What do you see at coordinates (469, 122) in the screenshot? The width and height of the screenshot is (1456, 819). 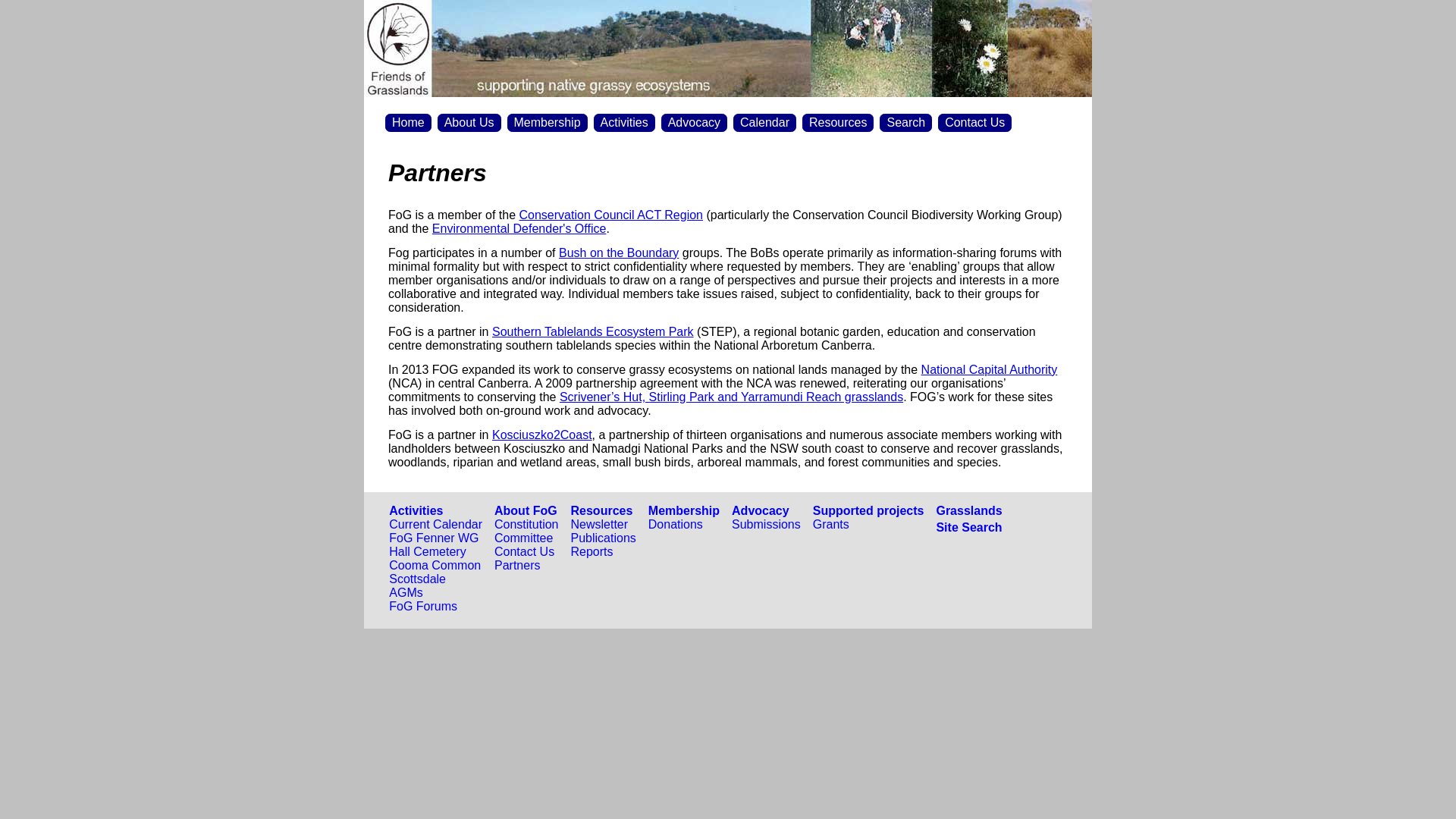 I see `'About Us'` at bounding box center [469, 122].